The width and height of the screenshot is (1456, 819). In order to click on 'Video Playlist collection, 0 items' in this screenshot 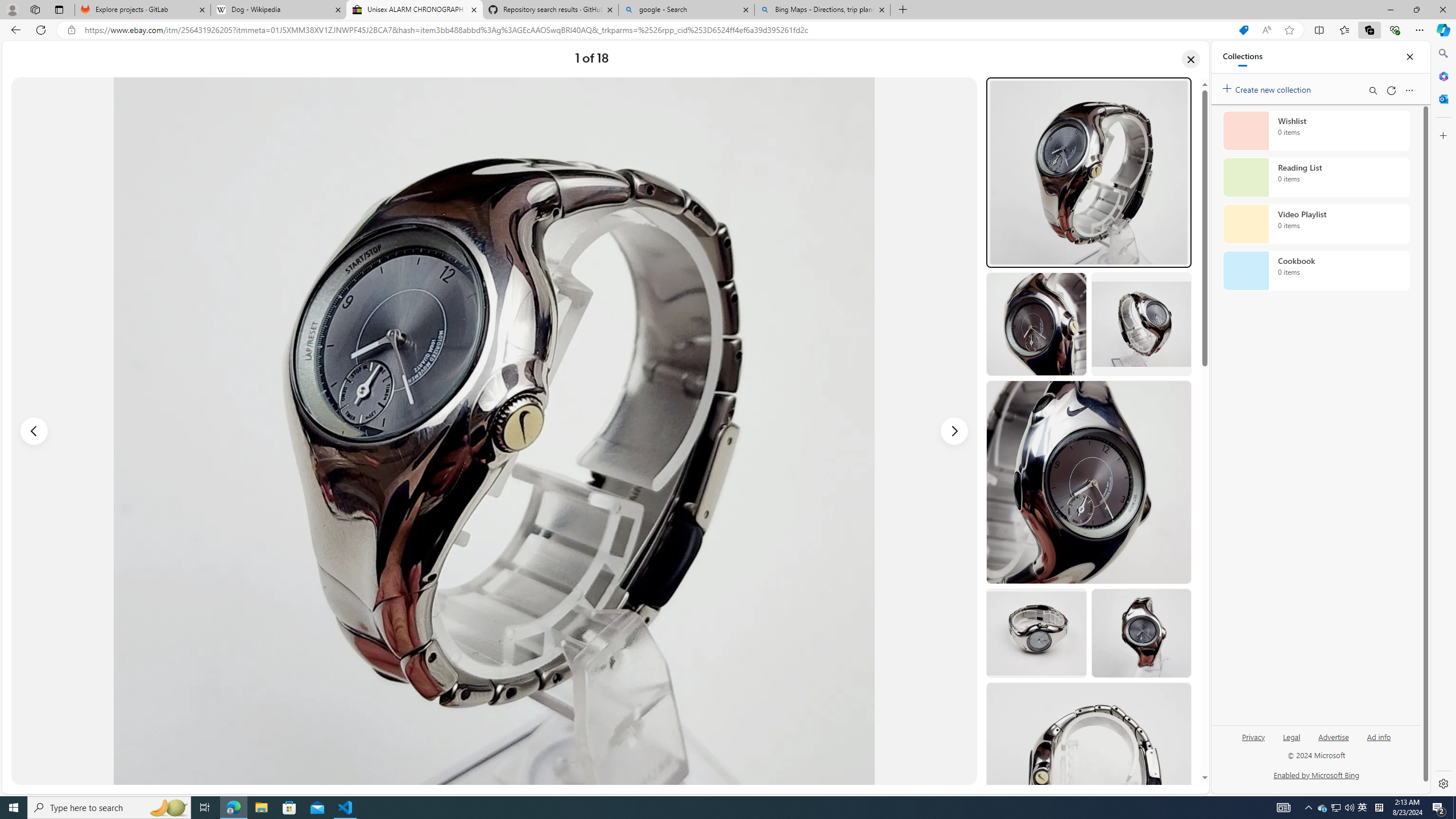, I will do `click(1316, 223)`.